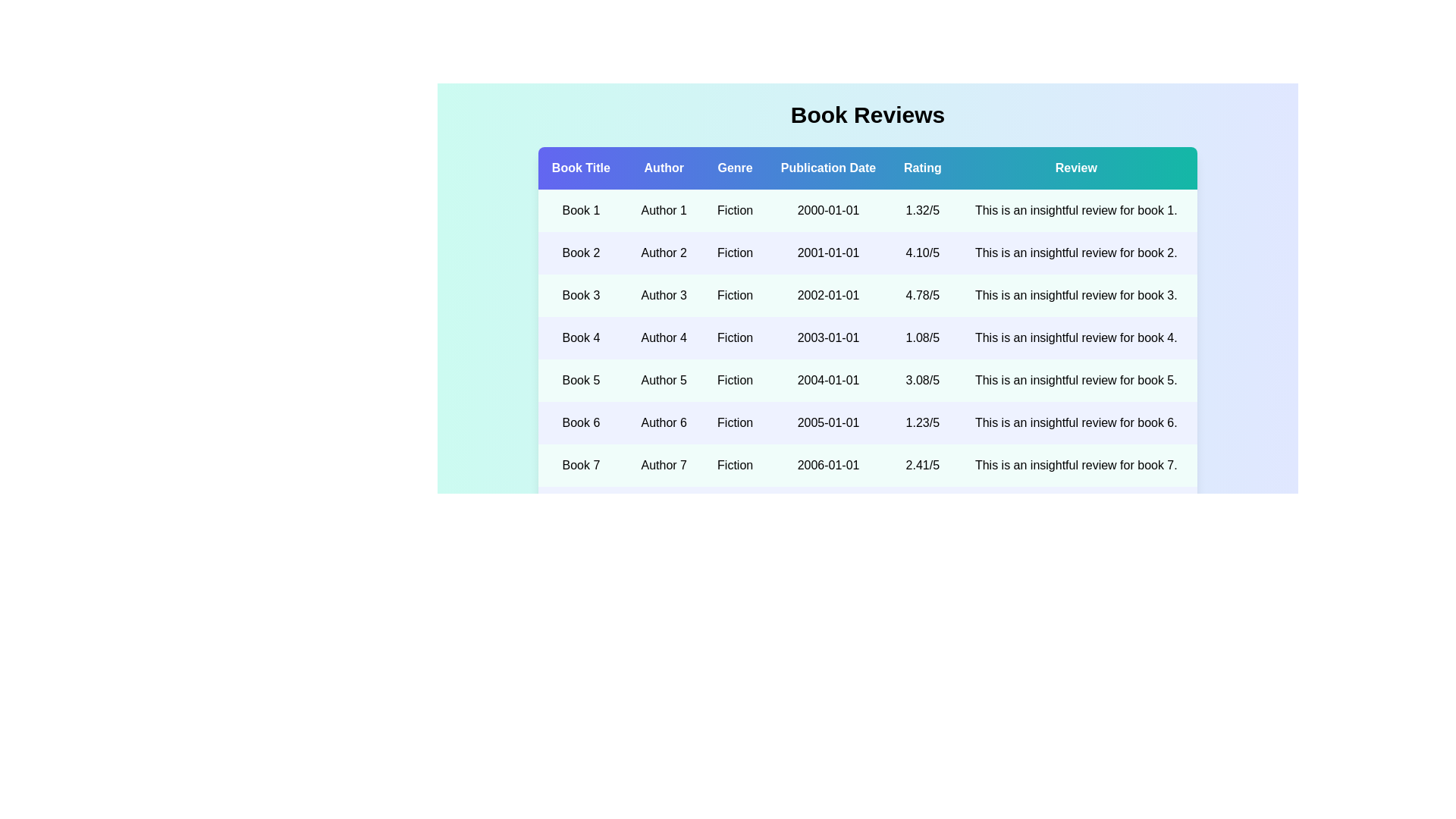 The image size is (1456, 819). I want to click on the column header Genre to sort the data by that column, so click(735, 168).